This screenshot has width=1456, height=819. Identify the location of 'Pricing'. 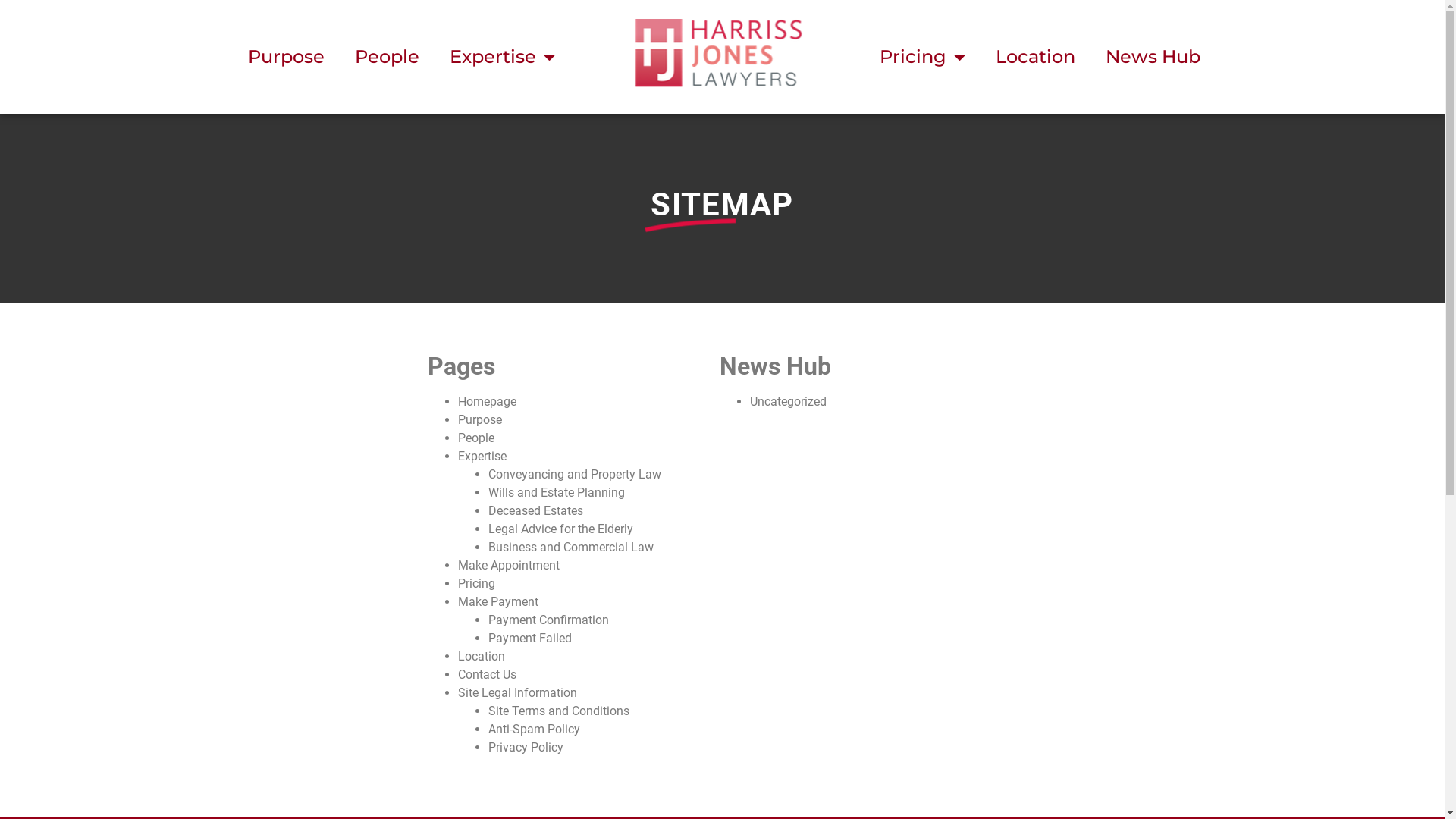
(921, 55).